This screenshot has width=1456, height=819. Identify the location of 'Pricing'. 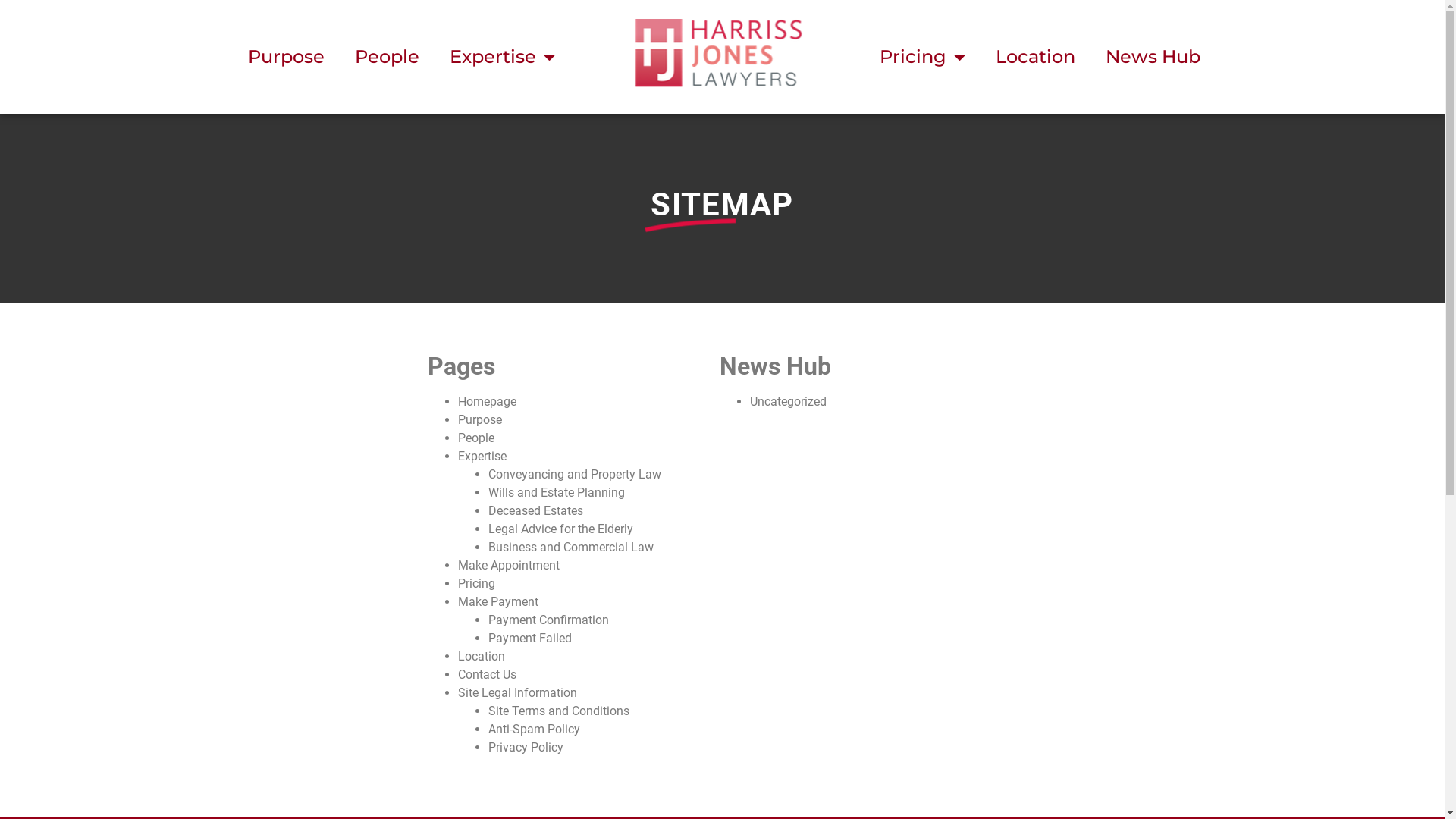
(921, 55).